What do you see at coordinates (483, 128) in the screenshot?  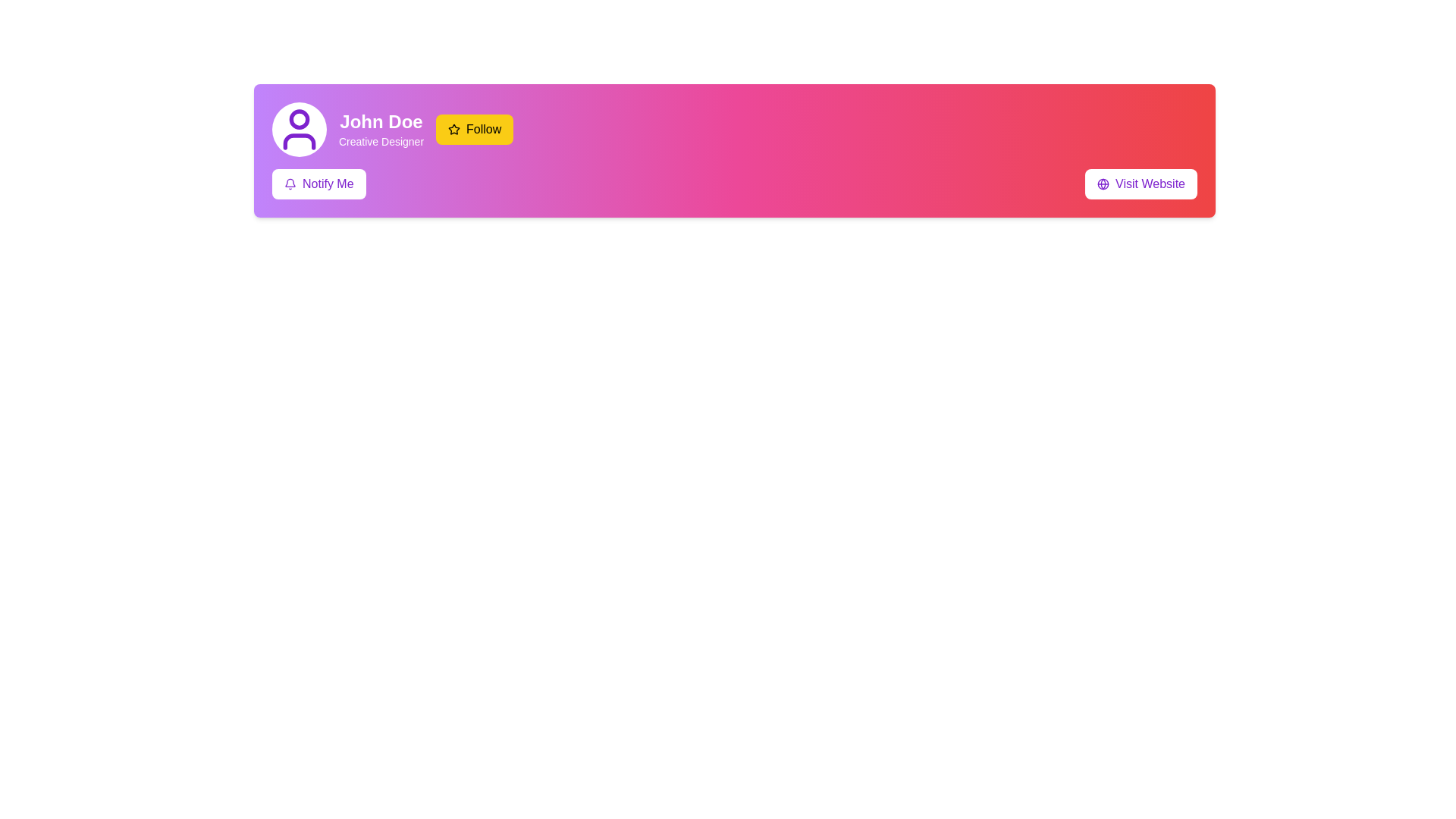 I see `text 'Follow' from the bold text label within the yellow button, which is located in the top-right of the content card` at bounding box center [483, 128].